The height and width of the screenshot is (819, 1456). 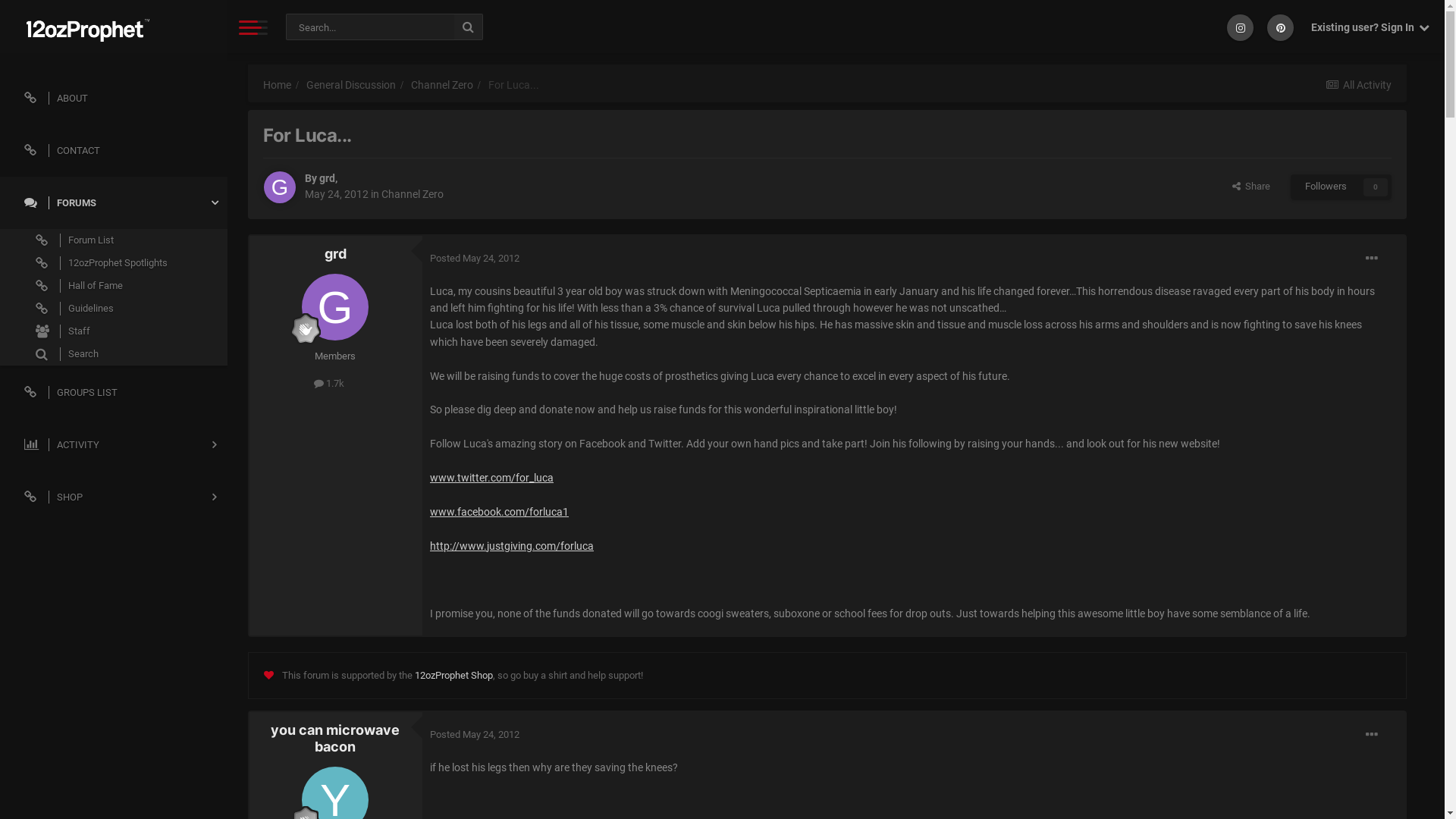 I want to click on 'FORUMS', so click(x=112, y=202).